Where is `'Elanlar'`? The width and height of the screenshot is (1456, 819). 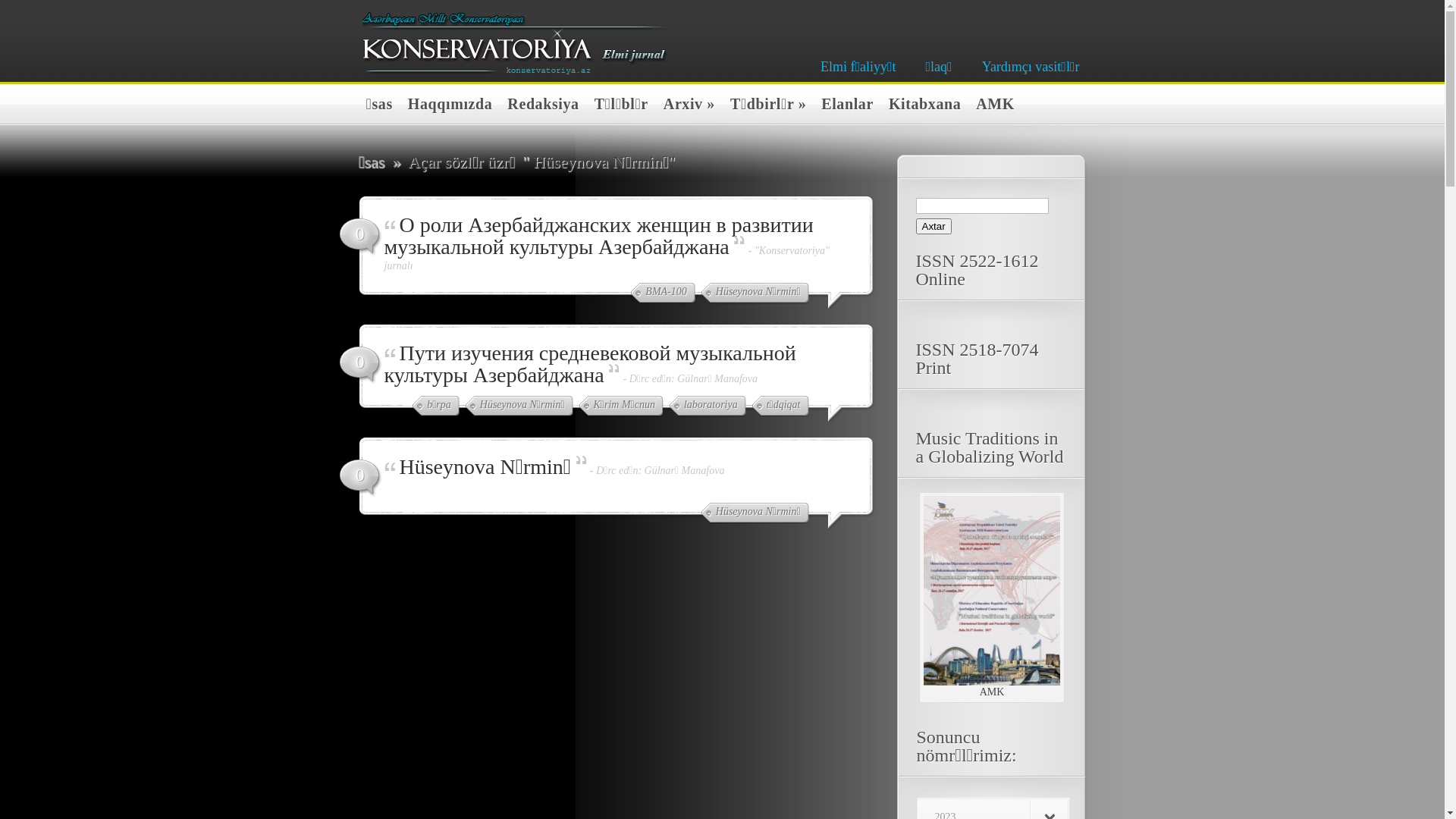
'Elanlar' is located at coordinates (843, 105).